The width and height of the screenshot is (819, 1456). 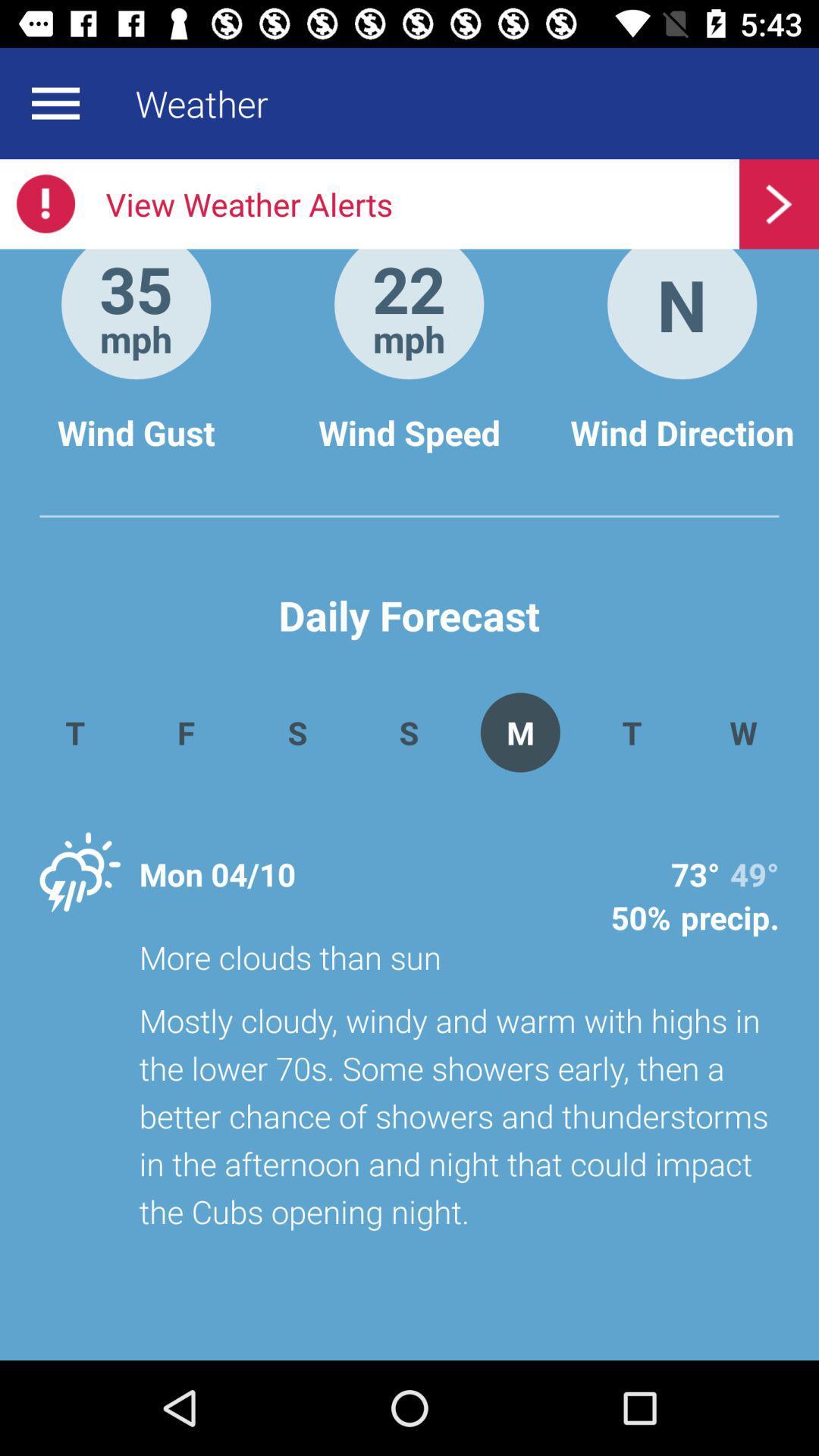 I want to click on menu, so click(x=55, y=102).